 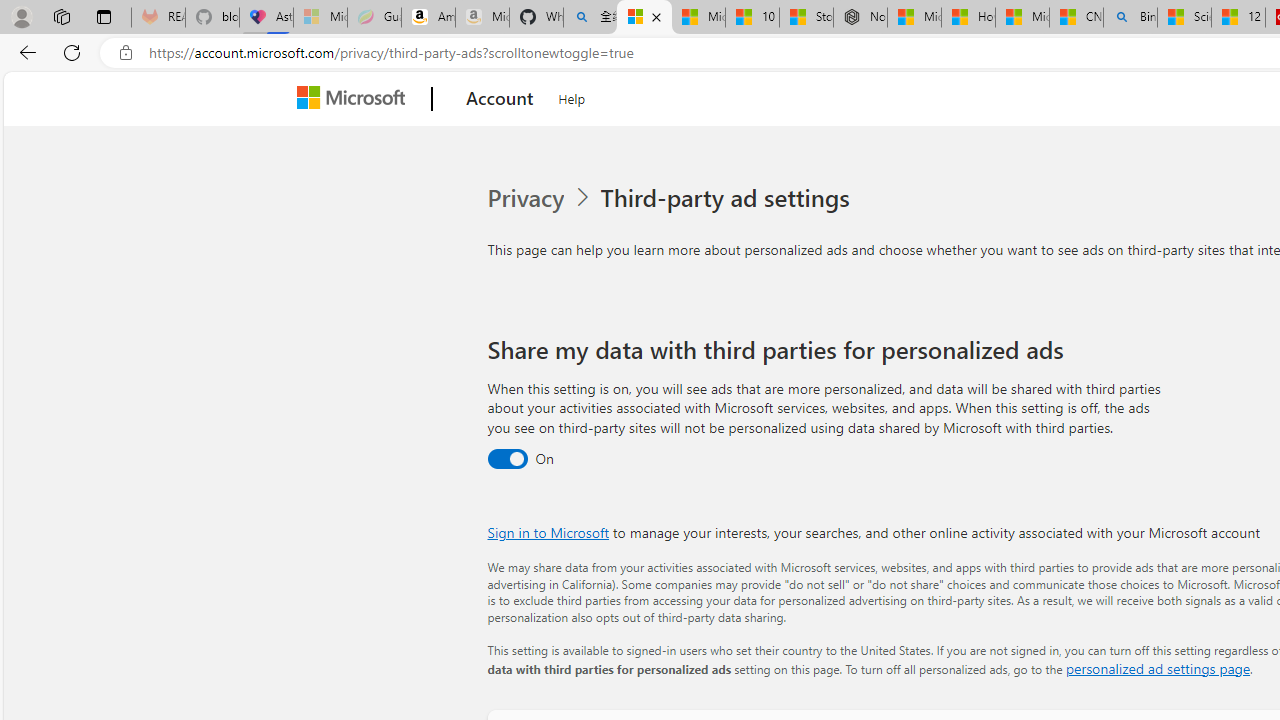 I want to click on 'Bing', so click(x=1130, y=17).